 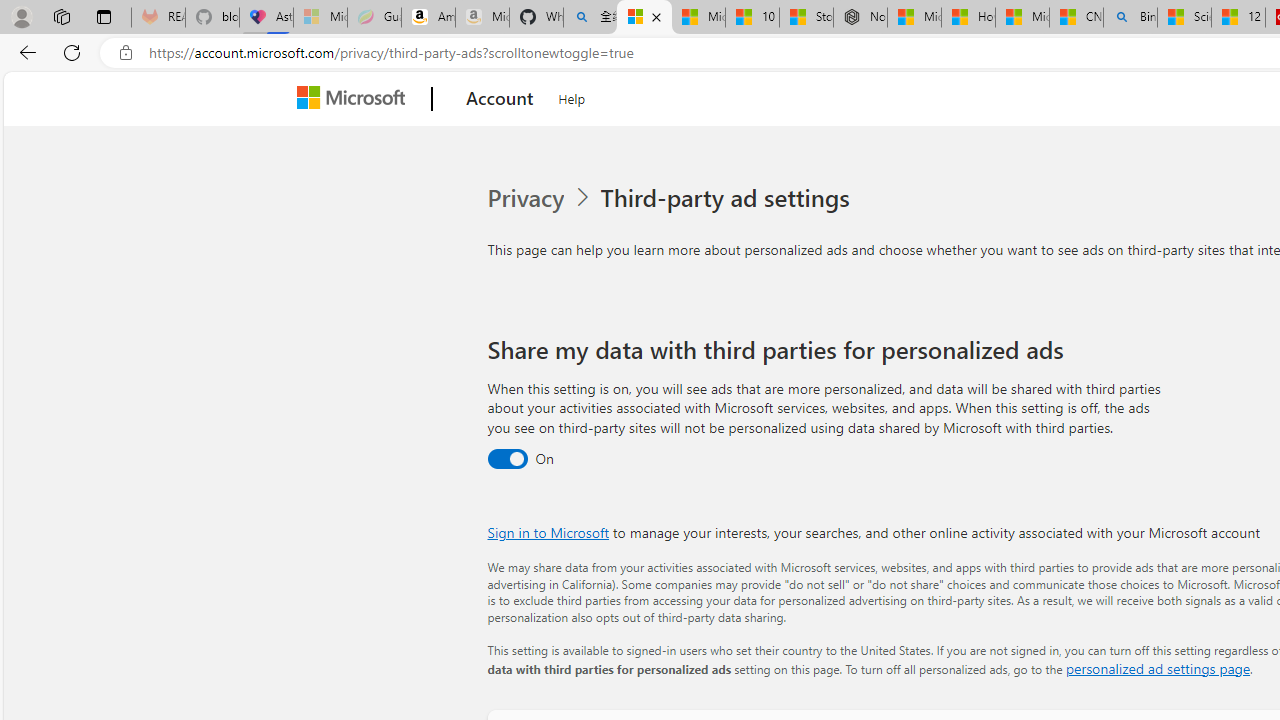 I want to click on 'Bing', so click(x=1130, y=17).